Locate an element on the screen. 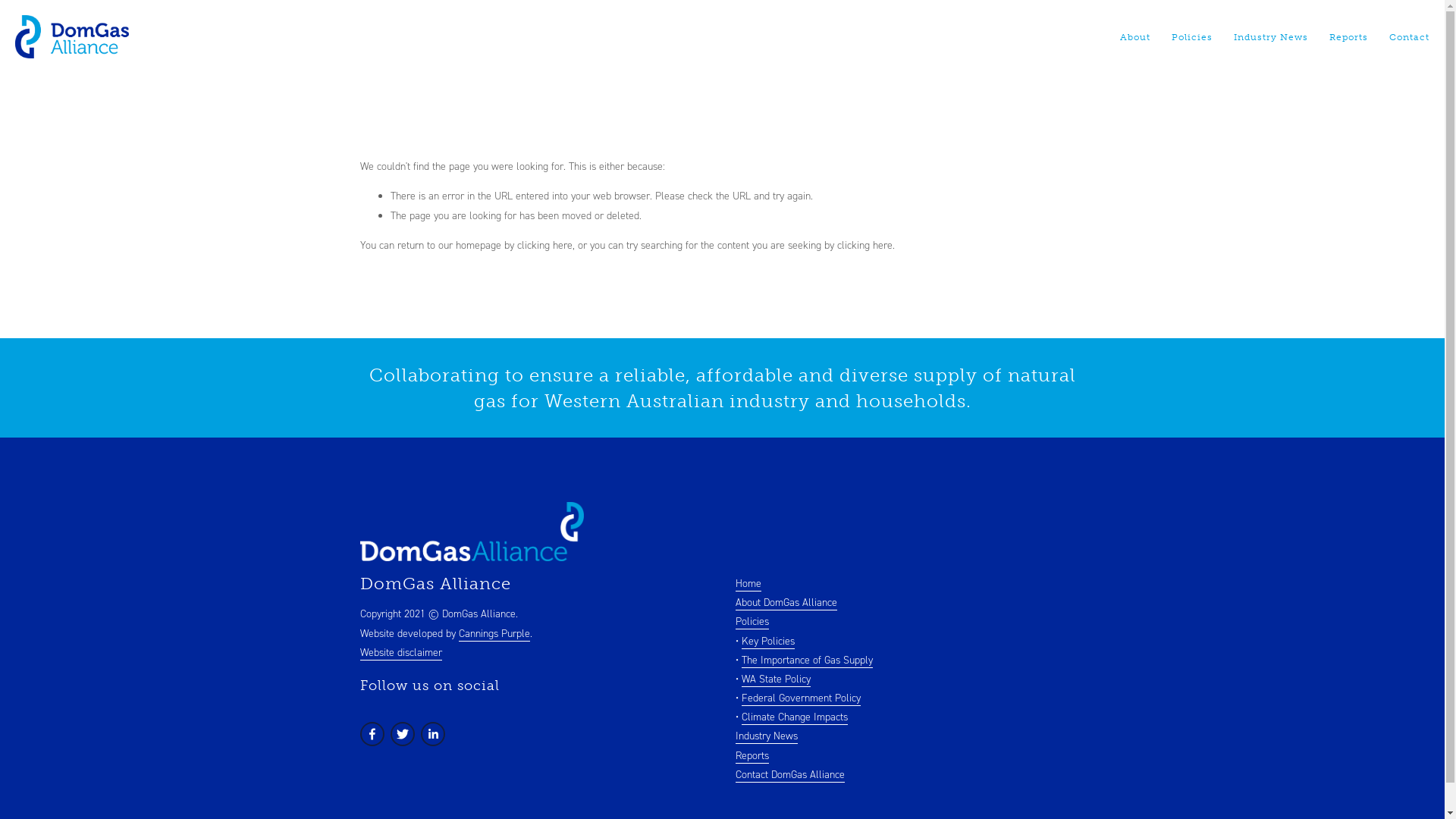 This screenshot has height=819, width=1456. 'Website disclaimer' is located at coordinates (400, 651).